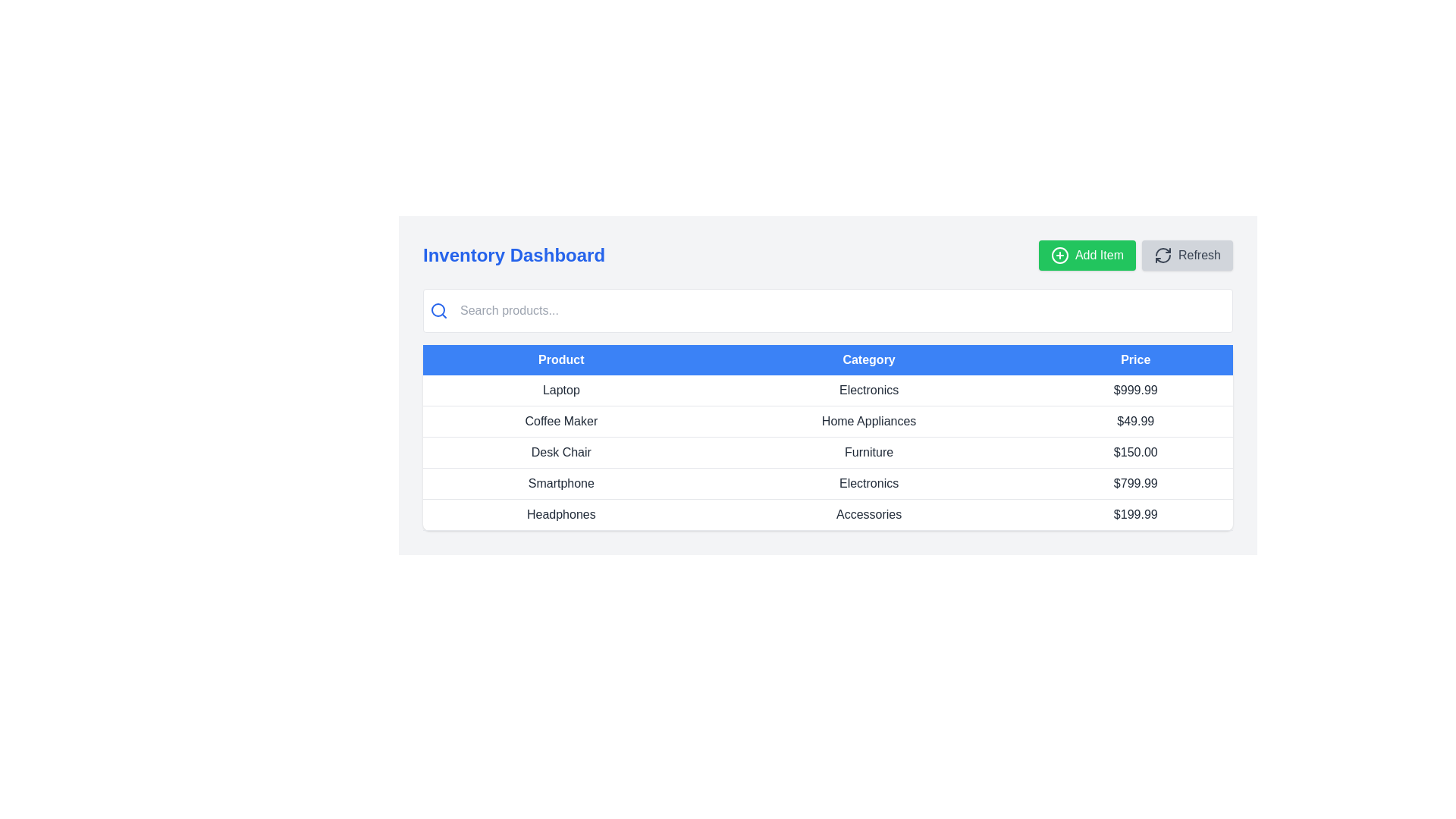 This screenshot has height=819, width=1456. I want to click on the refresh button located at the top-right corner of the interface, immediately to the right of the 'Add Item' button, so click(1186, 254).